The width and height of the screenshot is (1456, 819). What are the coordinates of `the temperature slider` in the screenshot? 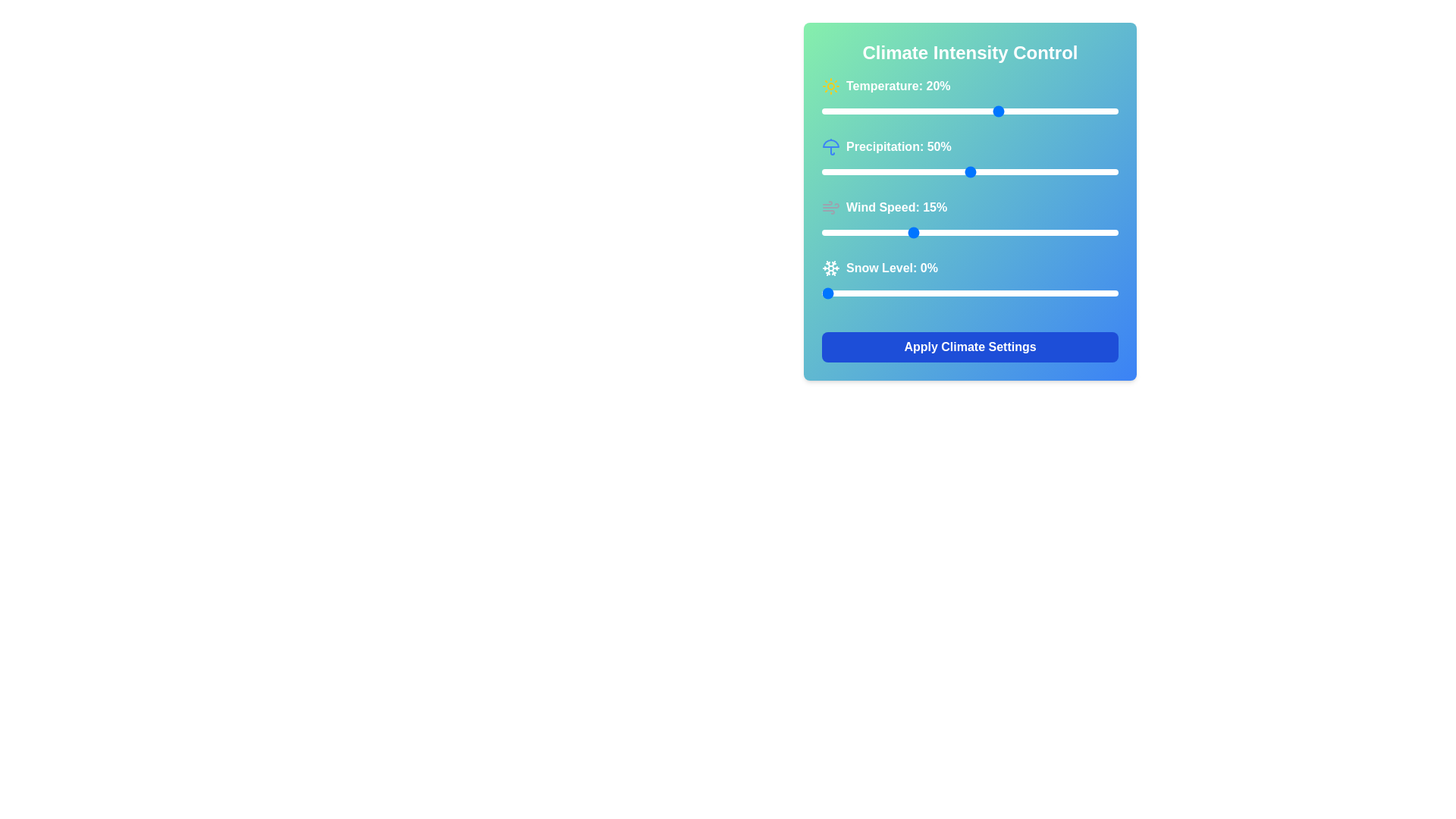 It's located at (963, 110).